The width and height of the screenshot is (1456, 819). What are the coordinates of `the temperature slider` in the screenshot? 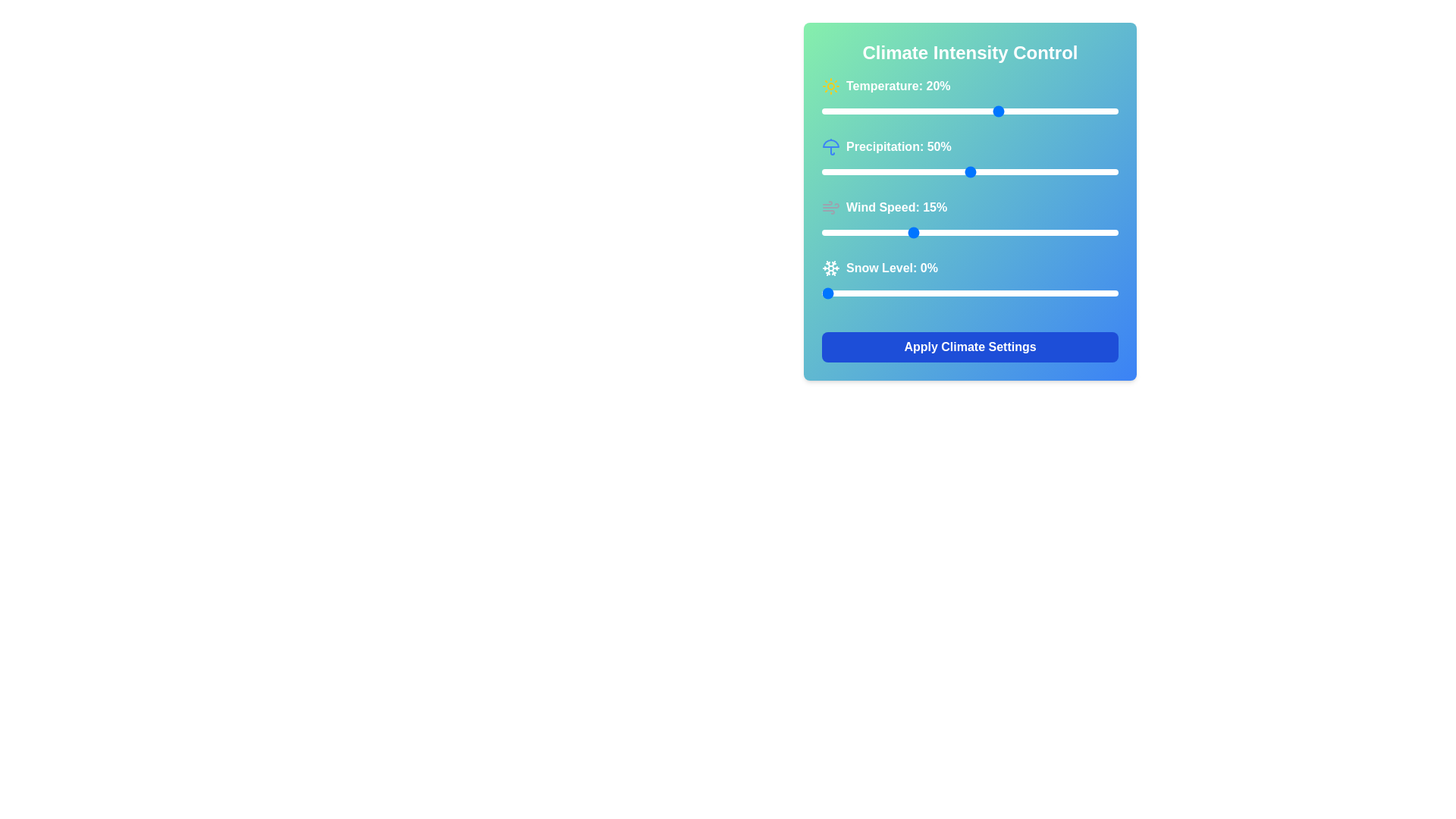 It's located at (963, 110).